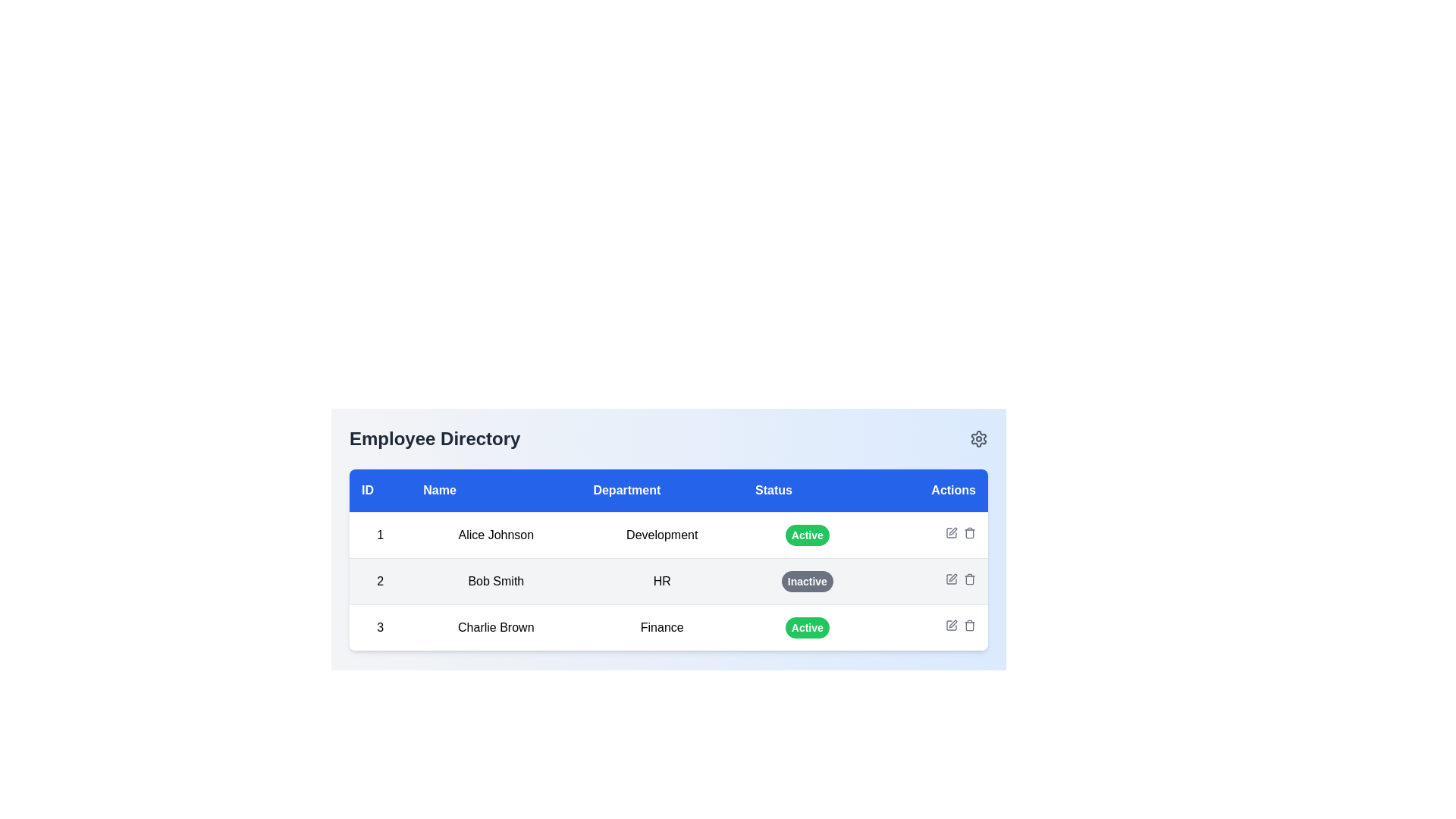 This screenshot has width=1456, height=819. I want to click on the Edit button icon located in the 'Actions' column of the second row of the employee directory table, so click(952, 531).